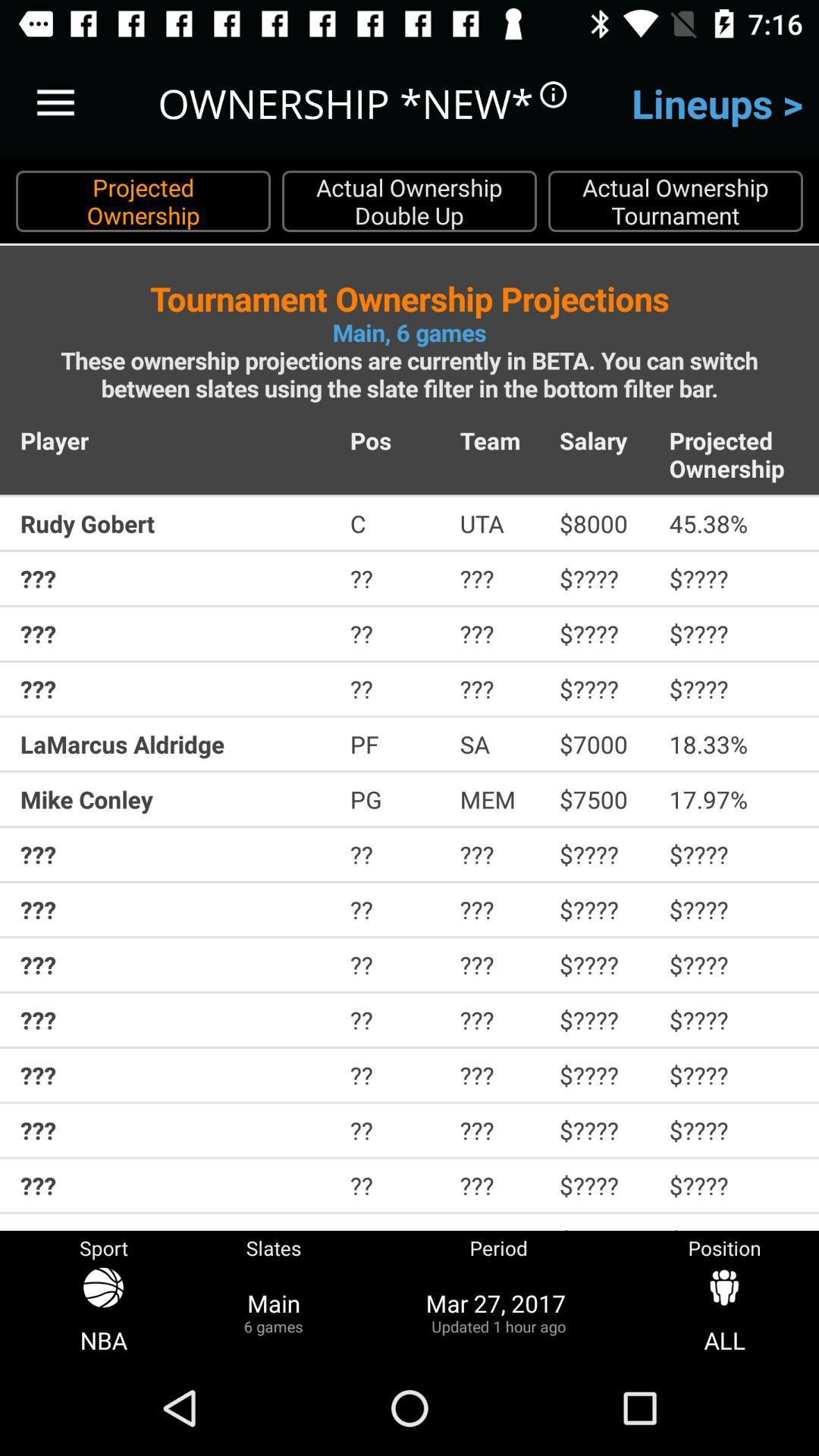 This screenshot has width=819, height=1456. I want to click on the $7000 item, so click(603, 744).